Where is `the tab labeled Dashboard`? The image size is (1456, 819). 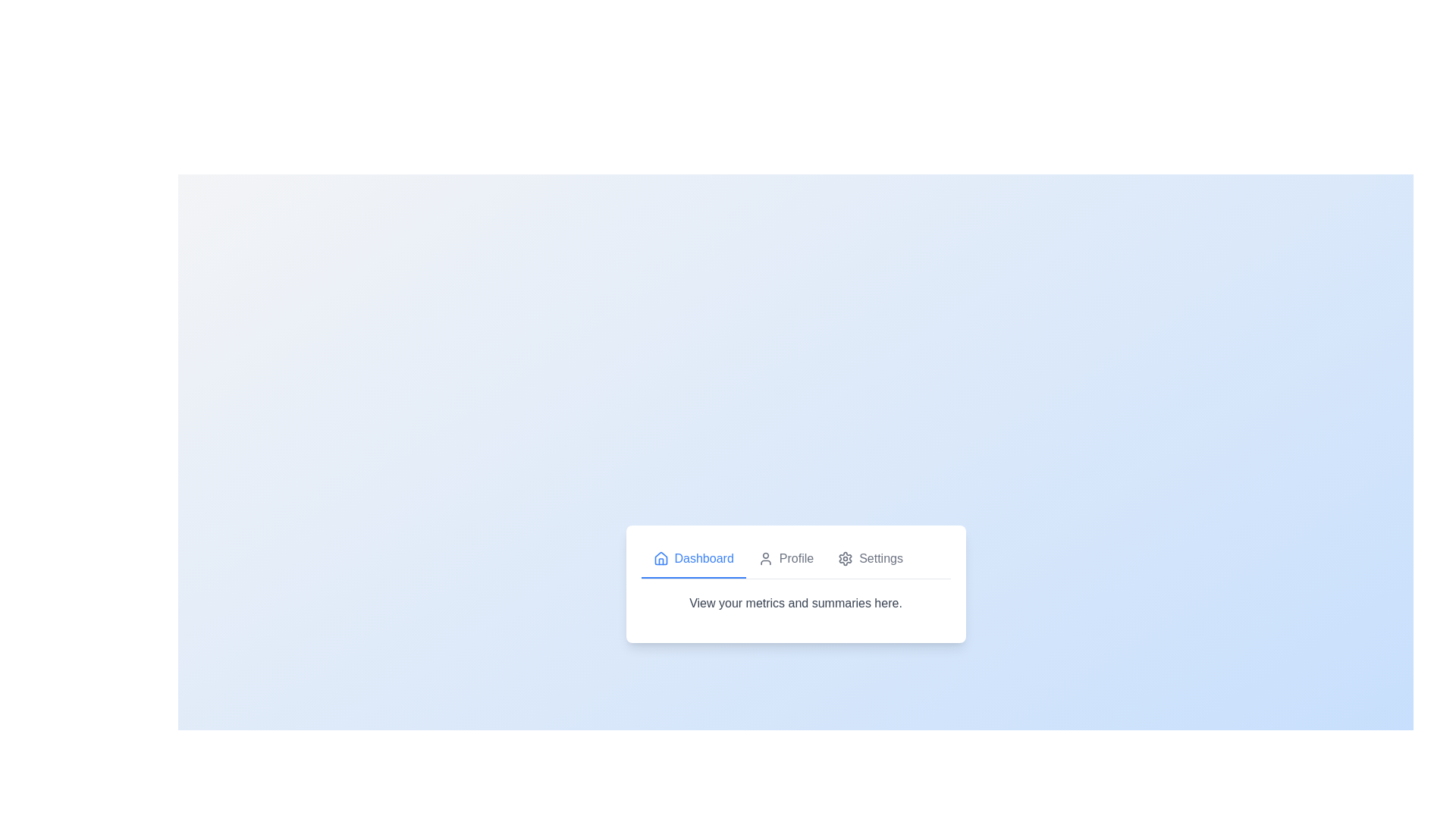
the tab labeled Dashboard is located at coordinates (692, 559).